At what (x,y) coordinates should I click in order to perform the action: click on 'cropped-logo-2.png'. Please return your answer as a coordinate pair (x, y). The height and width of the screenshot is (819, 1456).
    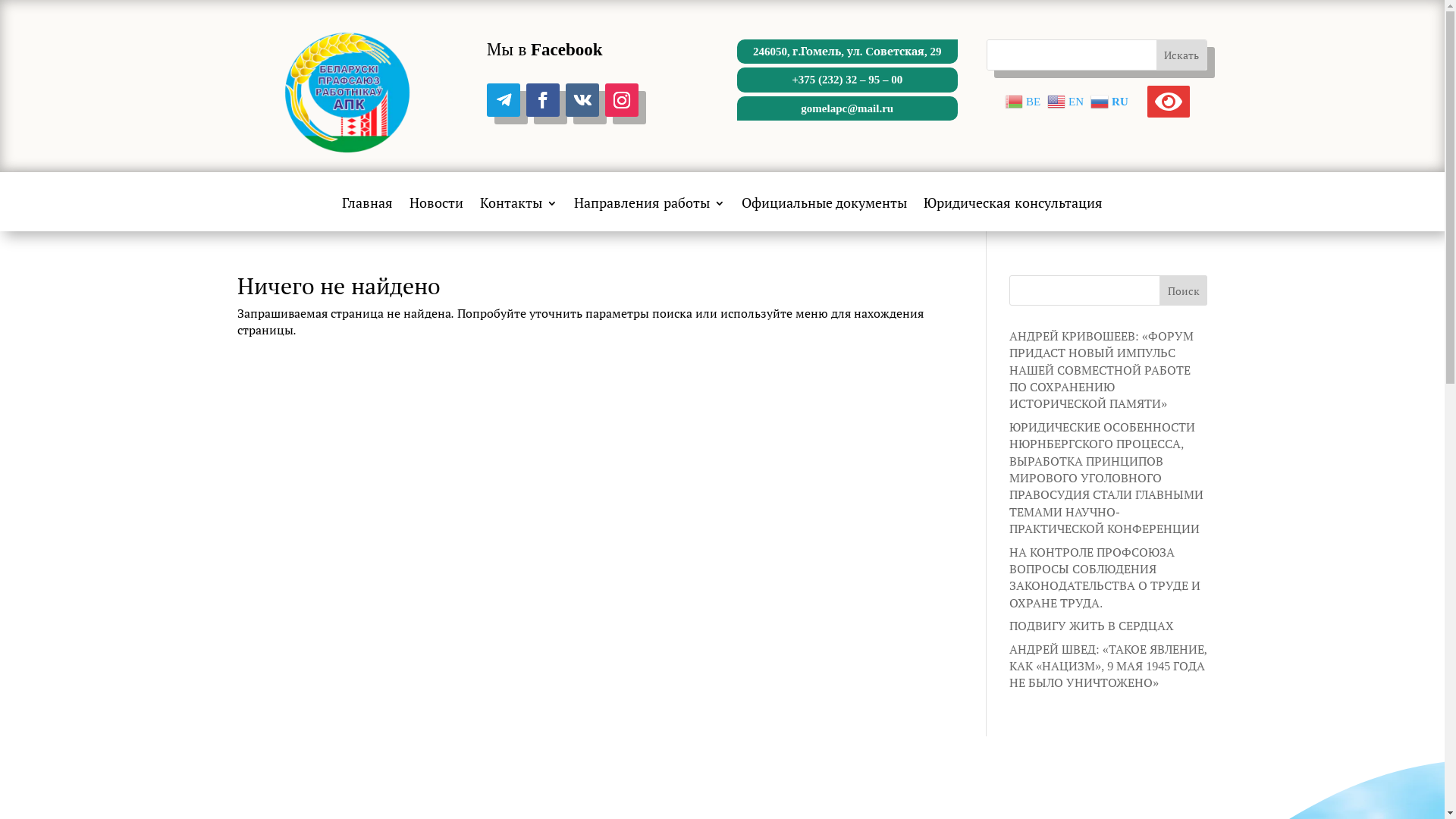
    Looking at the image, I should click on (347, 90).